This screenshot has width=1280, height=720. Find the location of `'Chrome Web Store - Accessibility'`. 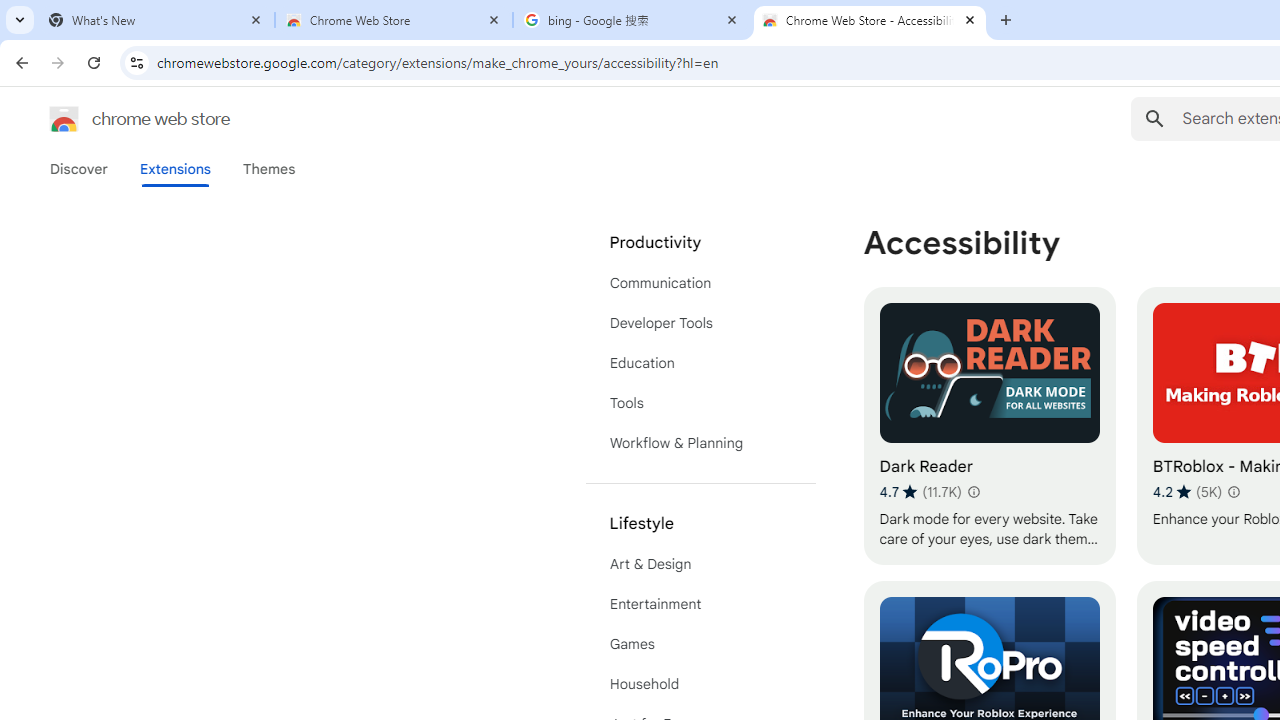

'Chrome Web Store - Accessibility' is located at coordinates (870, 20).